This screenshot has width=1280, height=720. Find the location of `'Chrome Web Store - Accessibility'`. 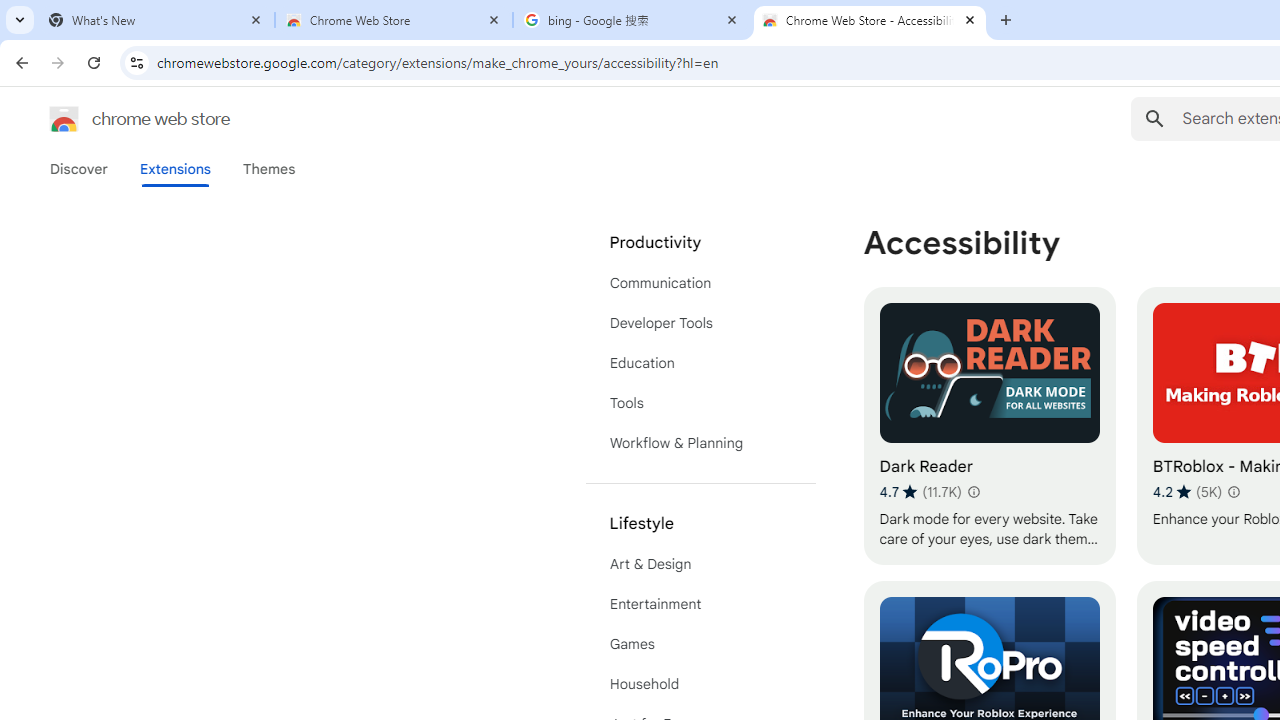

'Chrome Web Store - Accessibility' is located at coordinates (870, 20).